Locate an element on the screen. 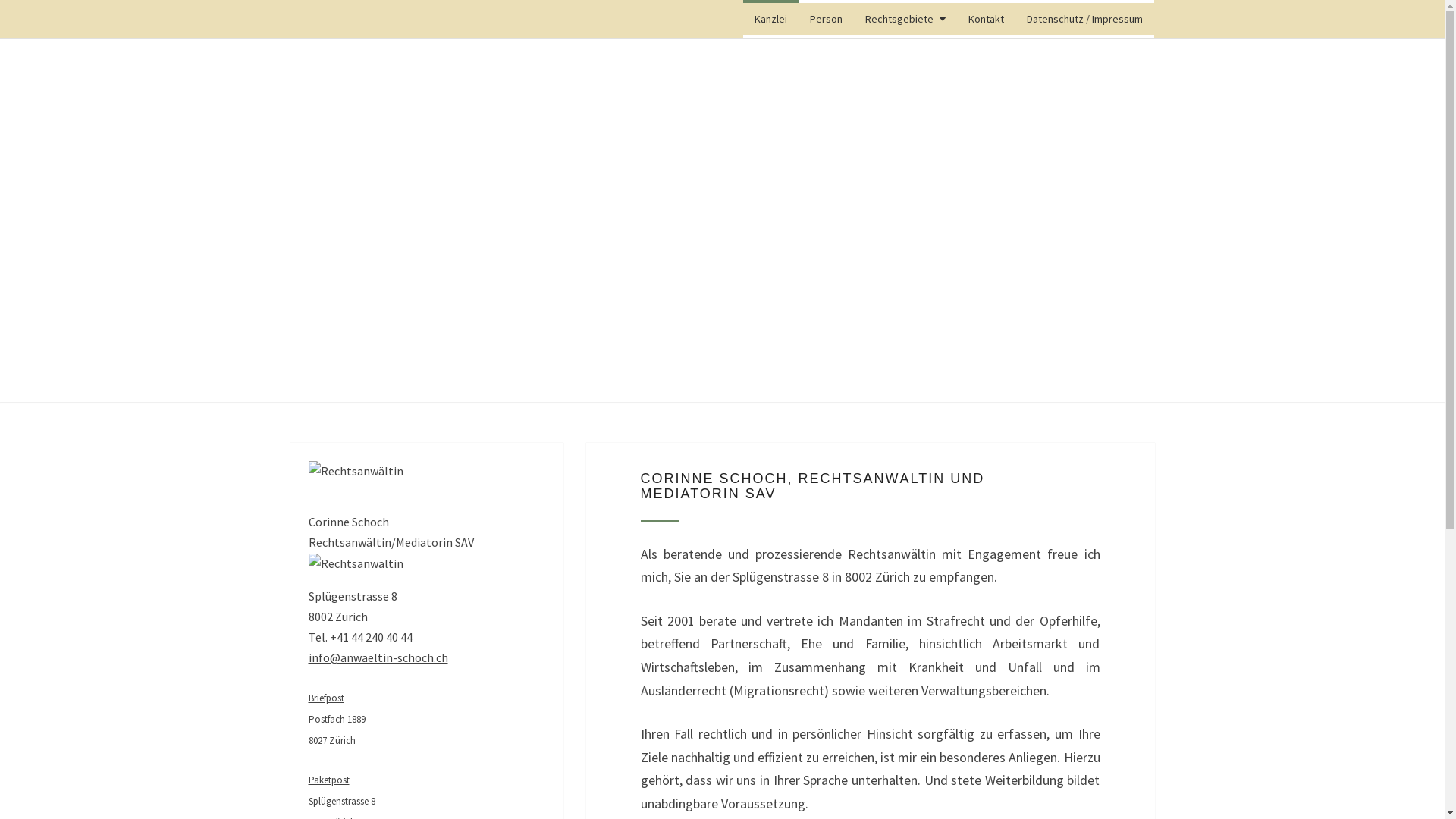 The width and height of the screenshot is (1456, 819). 'Kanzlei' is located at coordinates (770, 18).